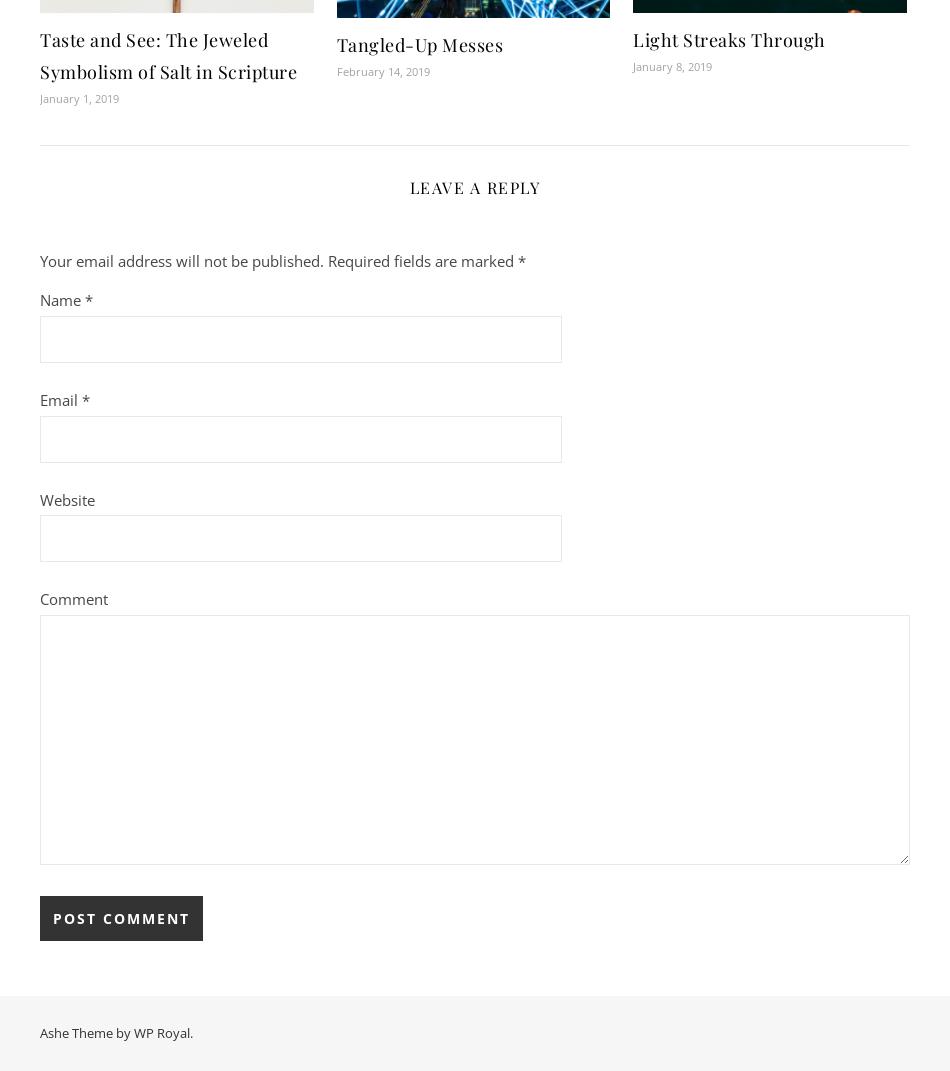 The height and width of the screenshot is (1071, 950). I want to click on 'Light Streaks Through', so click(728, 38).